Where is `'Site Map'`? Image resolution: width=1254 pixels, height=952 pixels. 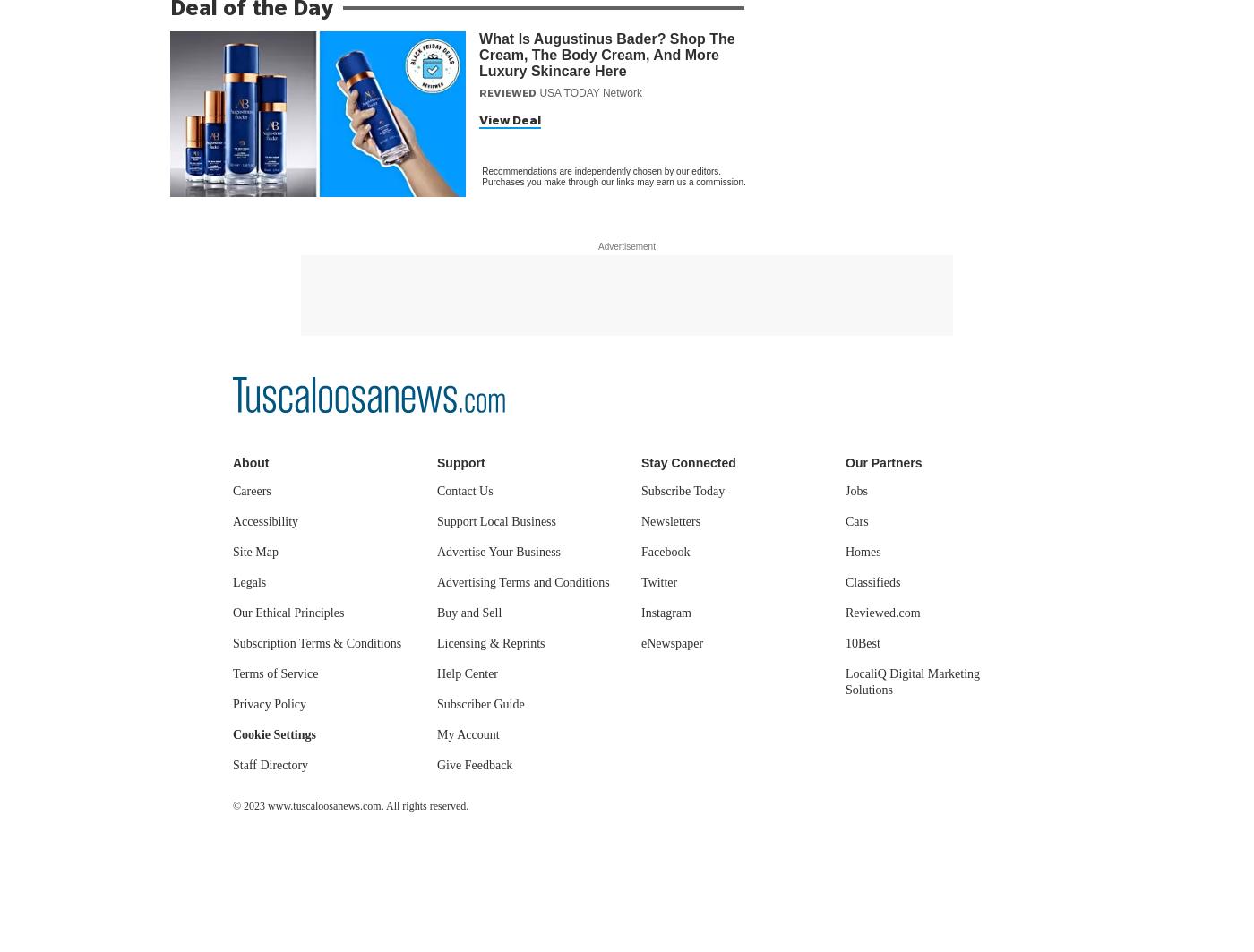
'Site Map' is located at coordinates (255, 551).